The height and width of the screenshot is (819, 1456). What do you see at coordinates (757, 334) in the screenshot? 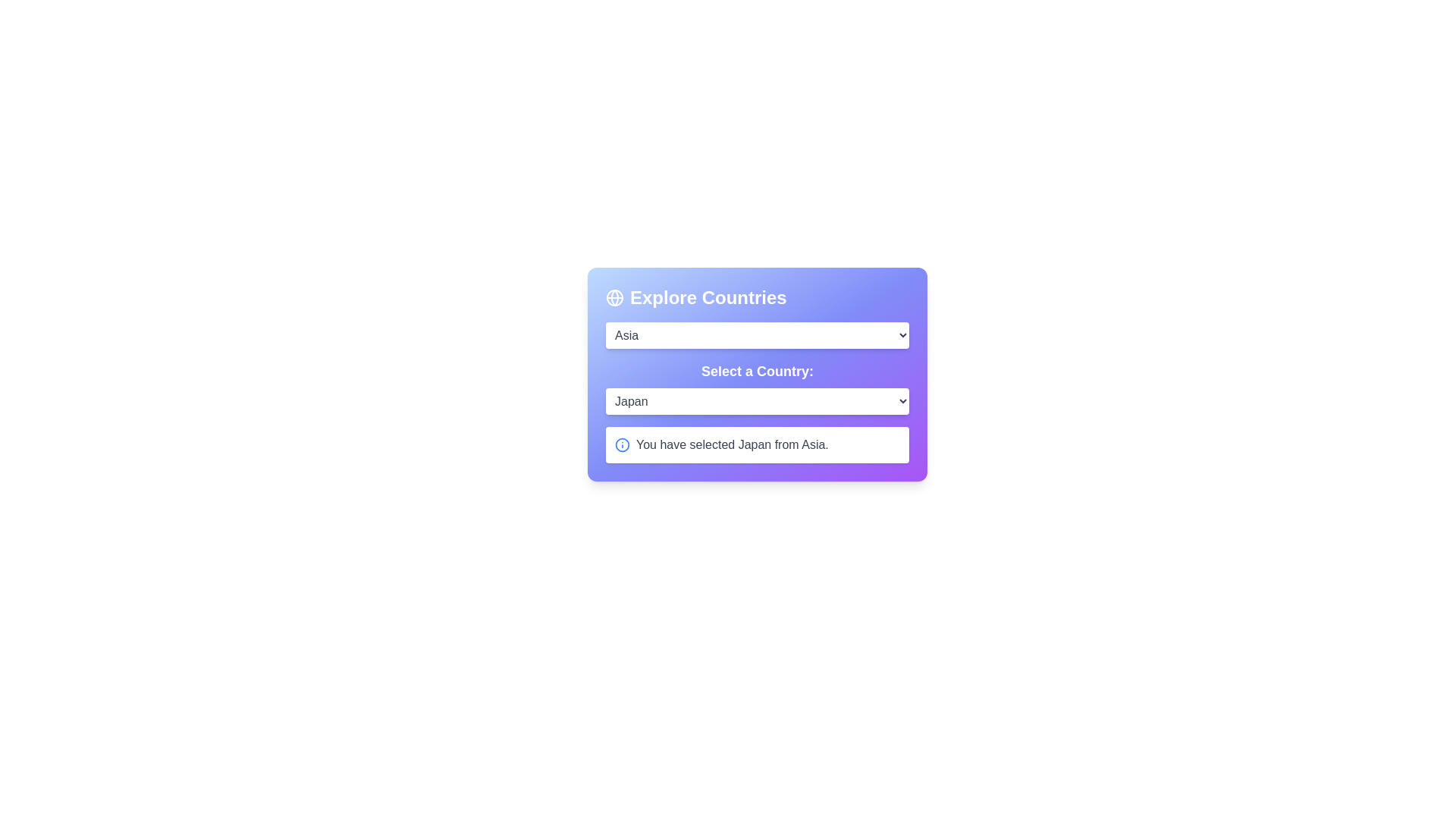
I see `the continent Africa from the dropdown menu` at bounding box center [757, 334].